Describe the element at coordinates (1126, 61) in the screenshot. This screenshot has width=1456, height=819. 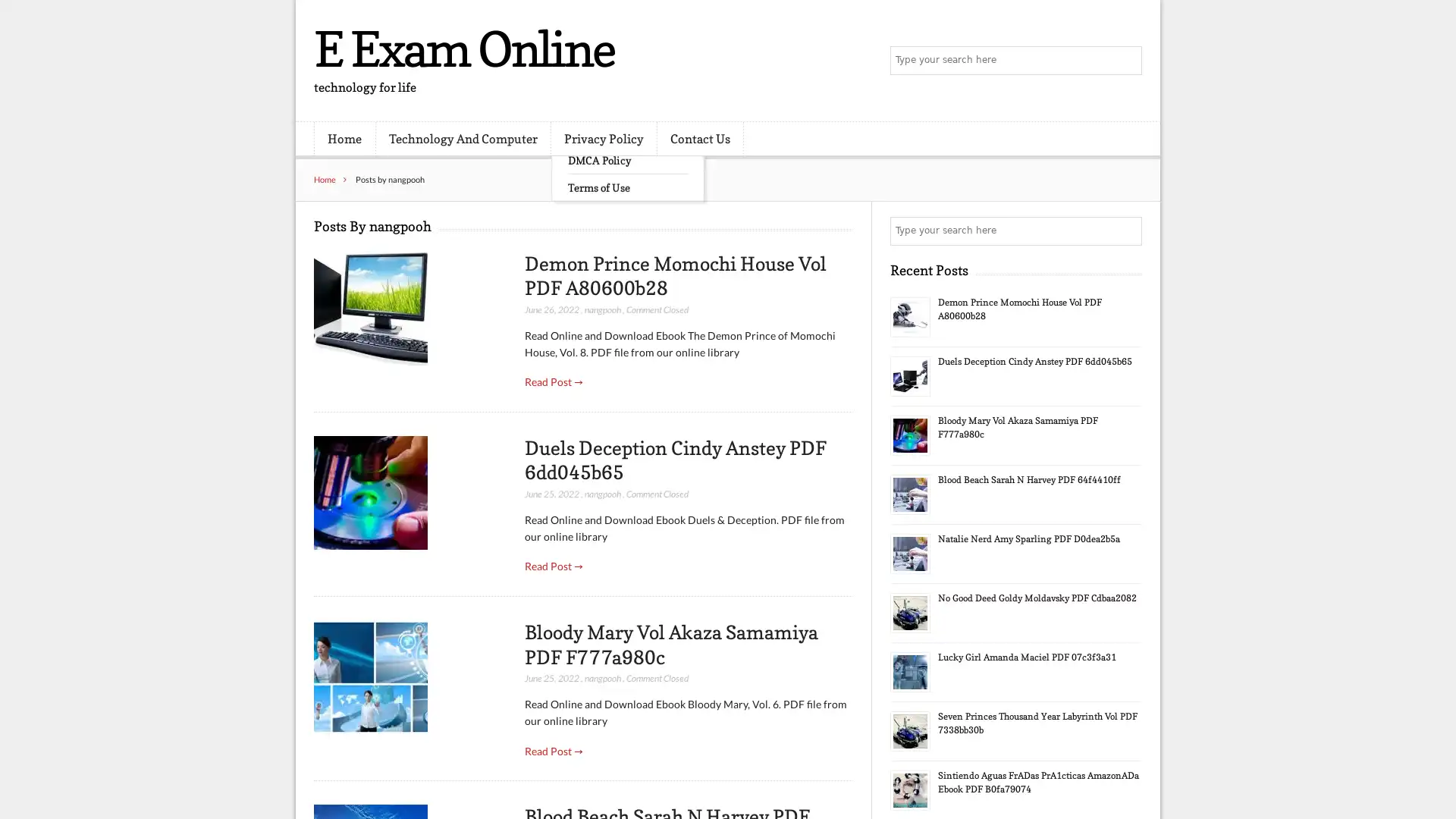
I see `Search` at that location.